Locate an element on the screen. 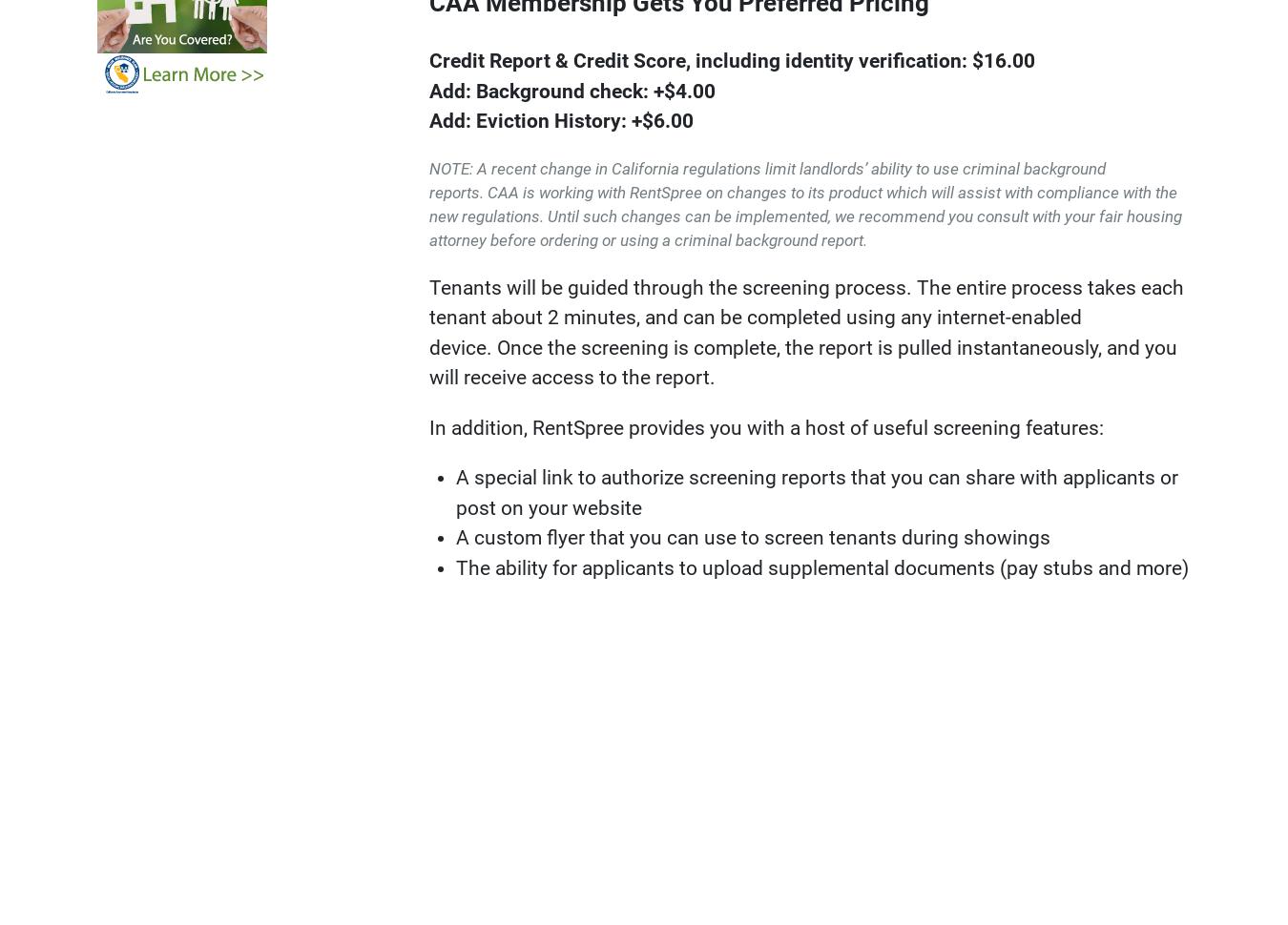 The width and height of the screenshot is (1288, 925). 'Sacramento, CA 95814' is located at coordinates (883, 821).